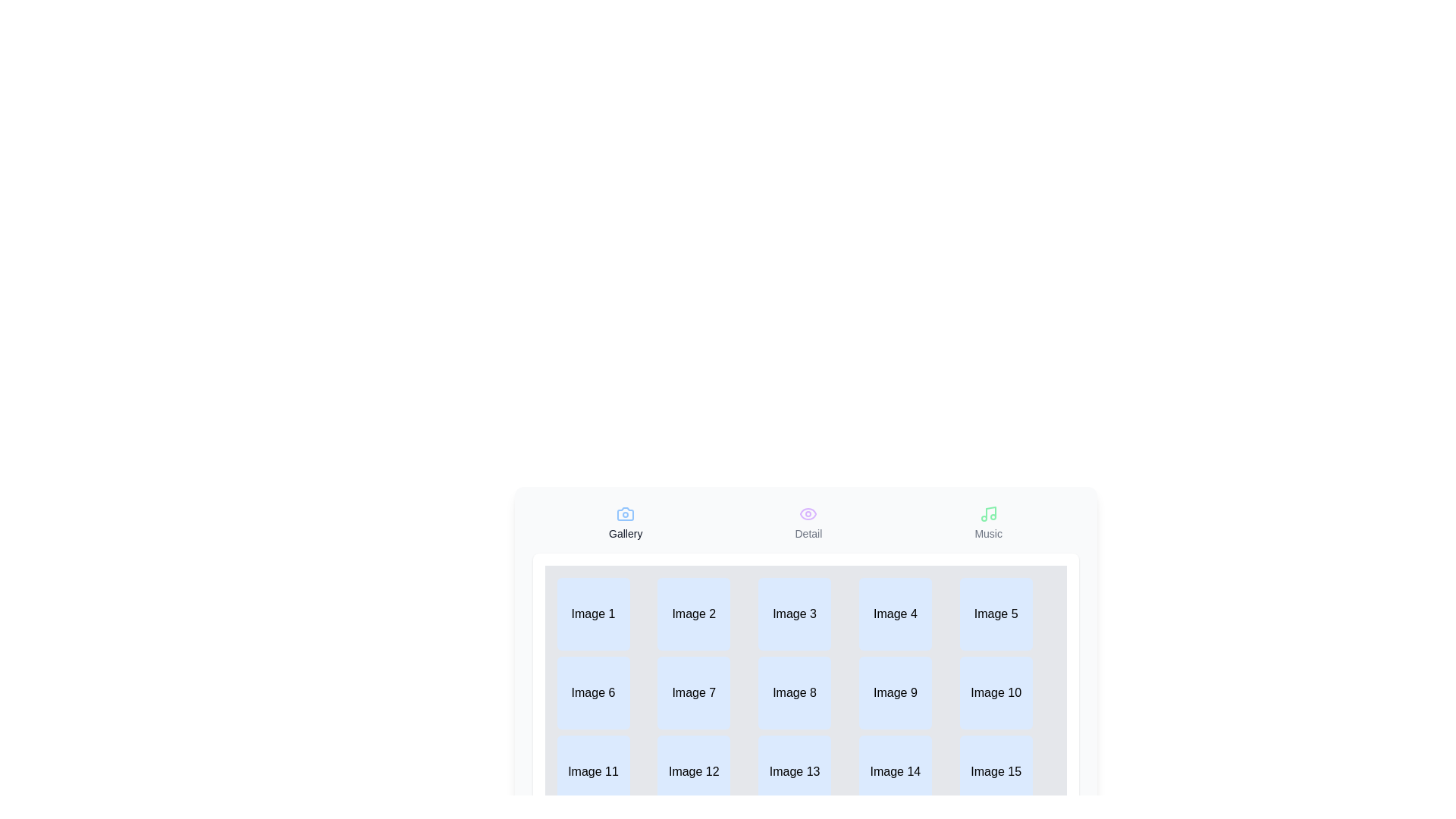  Describe the element at coordinates (987, 522) in the screenshot. I see `the tab labeled Music` at that location.